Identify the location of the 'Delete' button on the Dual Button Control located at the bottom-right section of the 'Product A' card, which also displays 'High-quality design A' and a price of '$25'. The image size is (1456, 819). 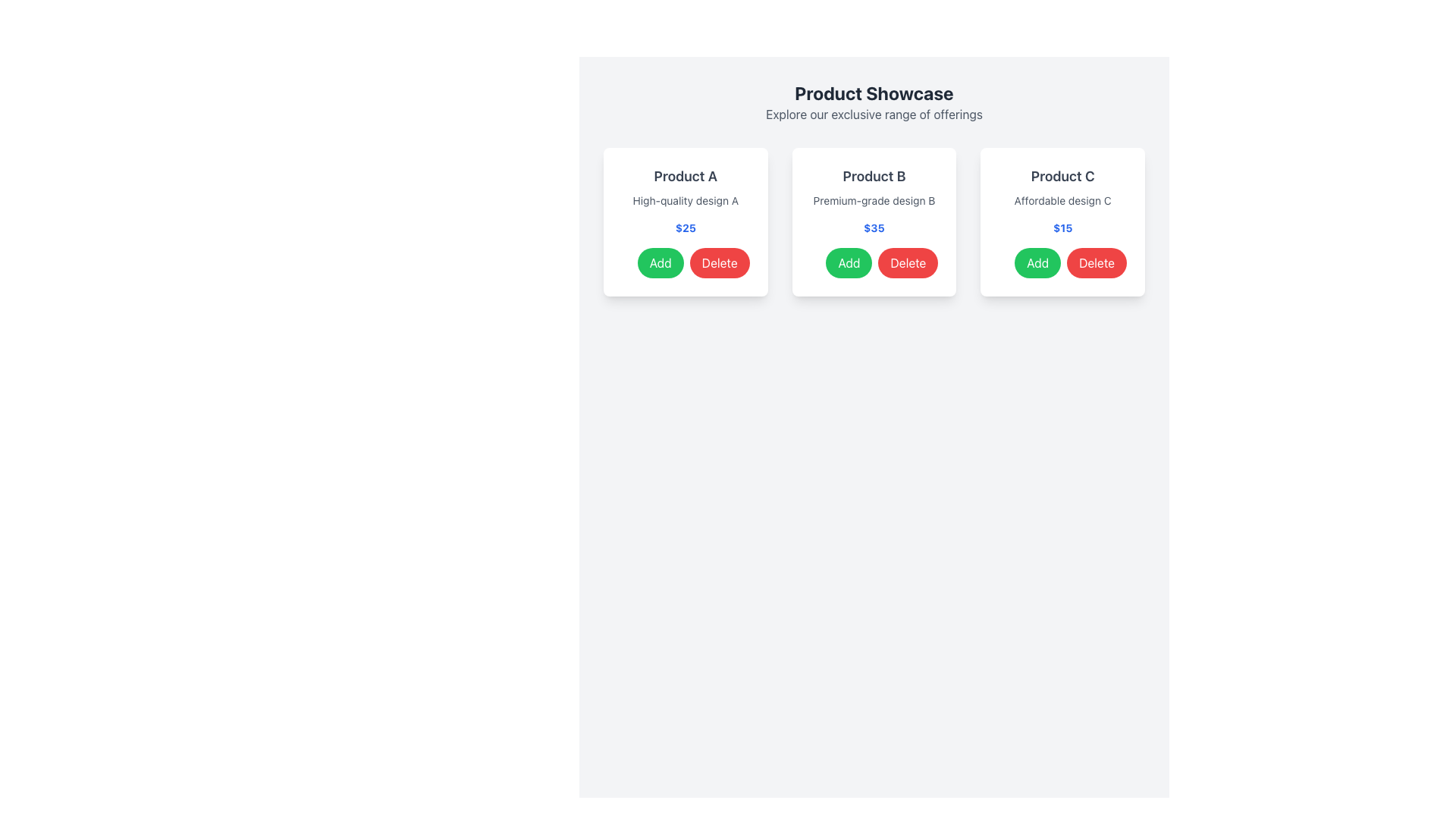
(684, 262).